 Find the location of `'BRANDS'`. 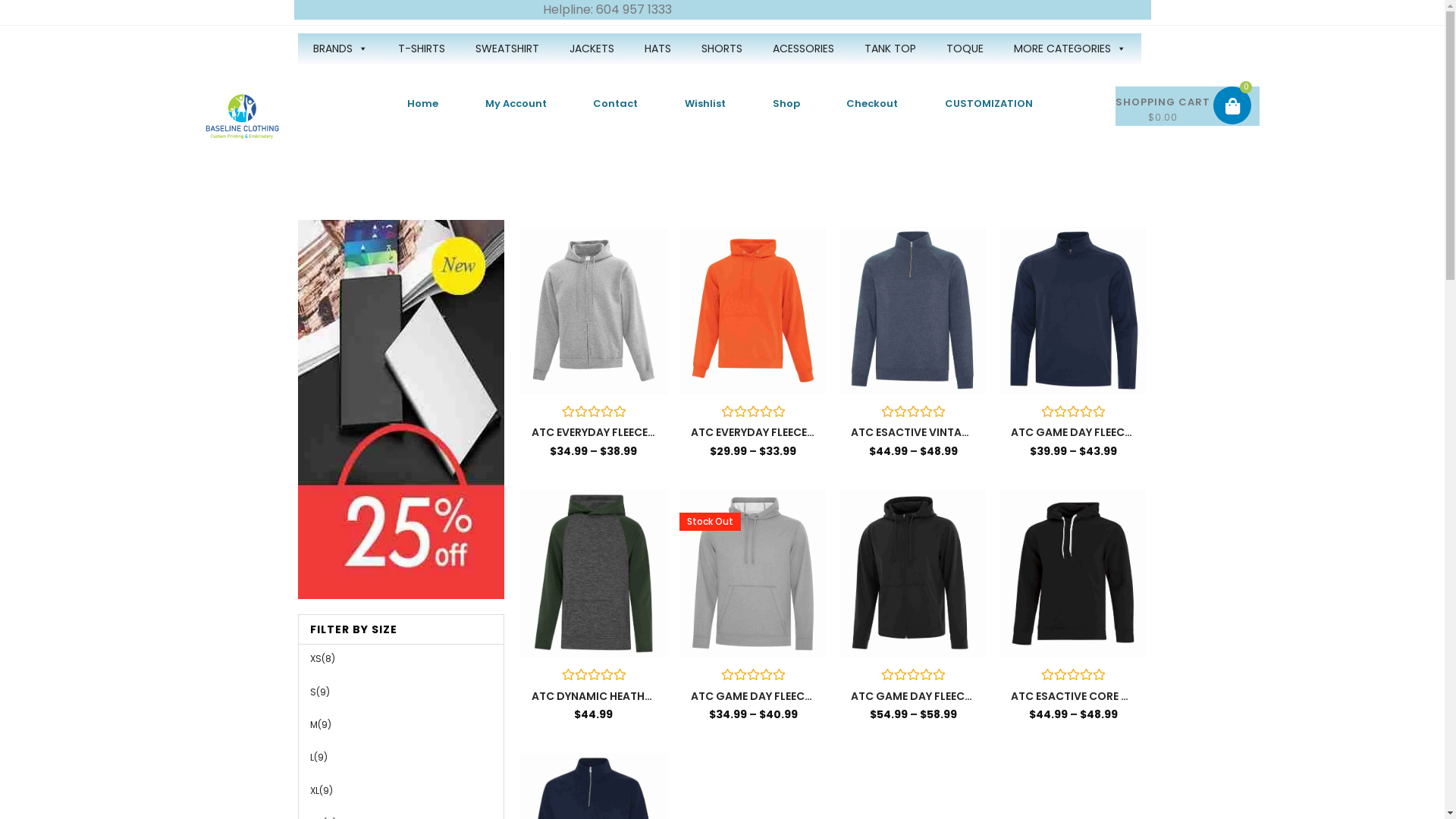

'BRANDS' is located at coordinates (338, 48).